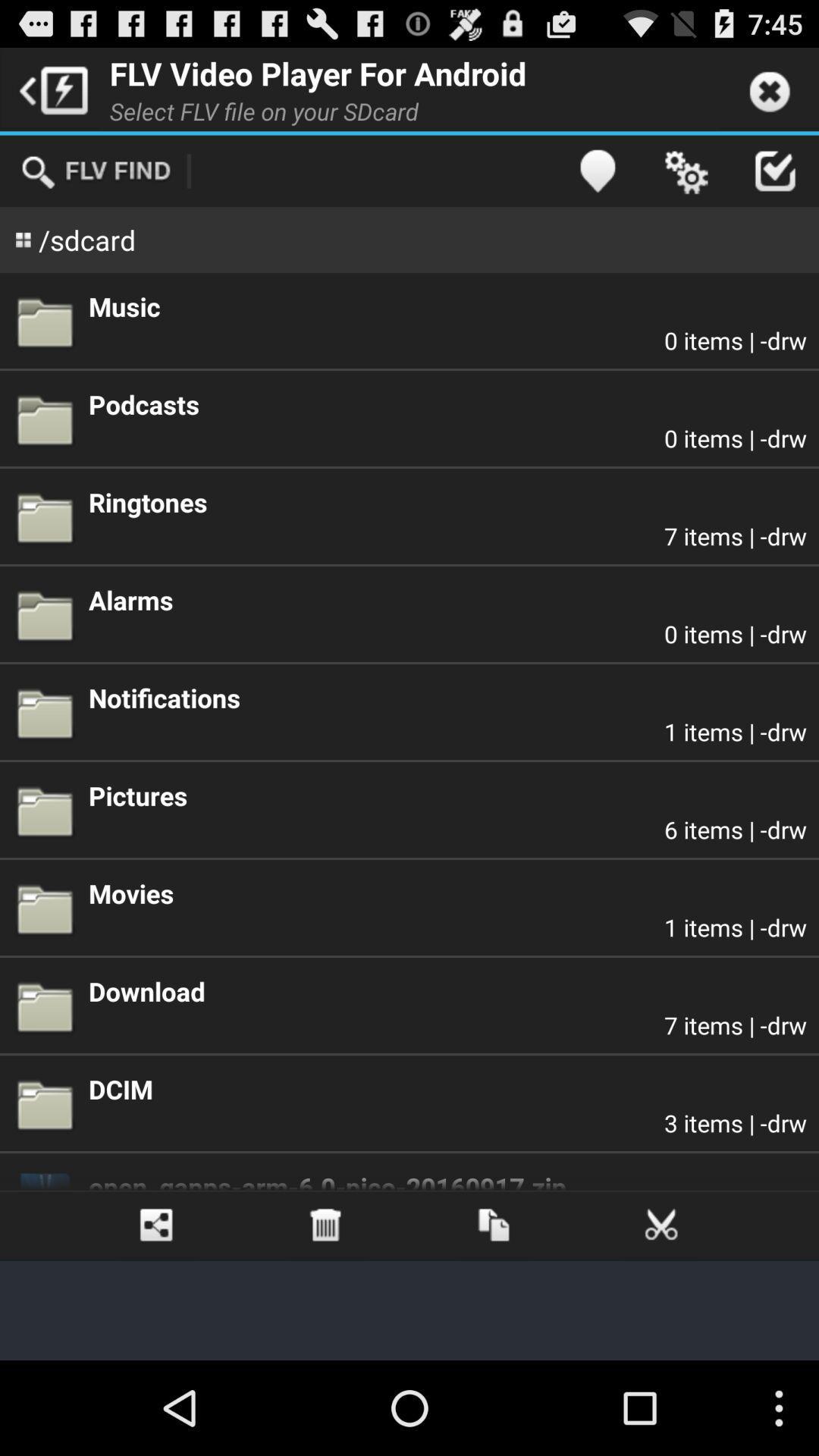 The height and width of the screenshot is (1456, 819). What do you see at coordinates (49, 88) in the screenshot?
I see `icon next to flv video player app` at bounding box center [49, 88].